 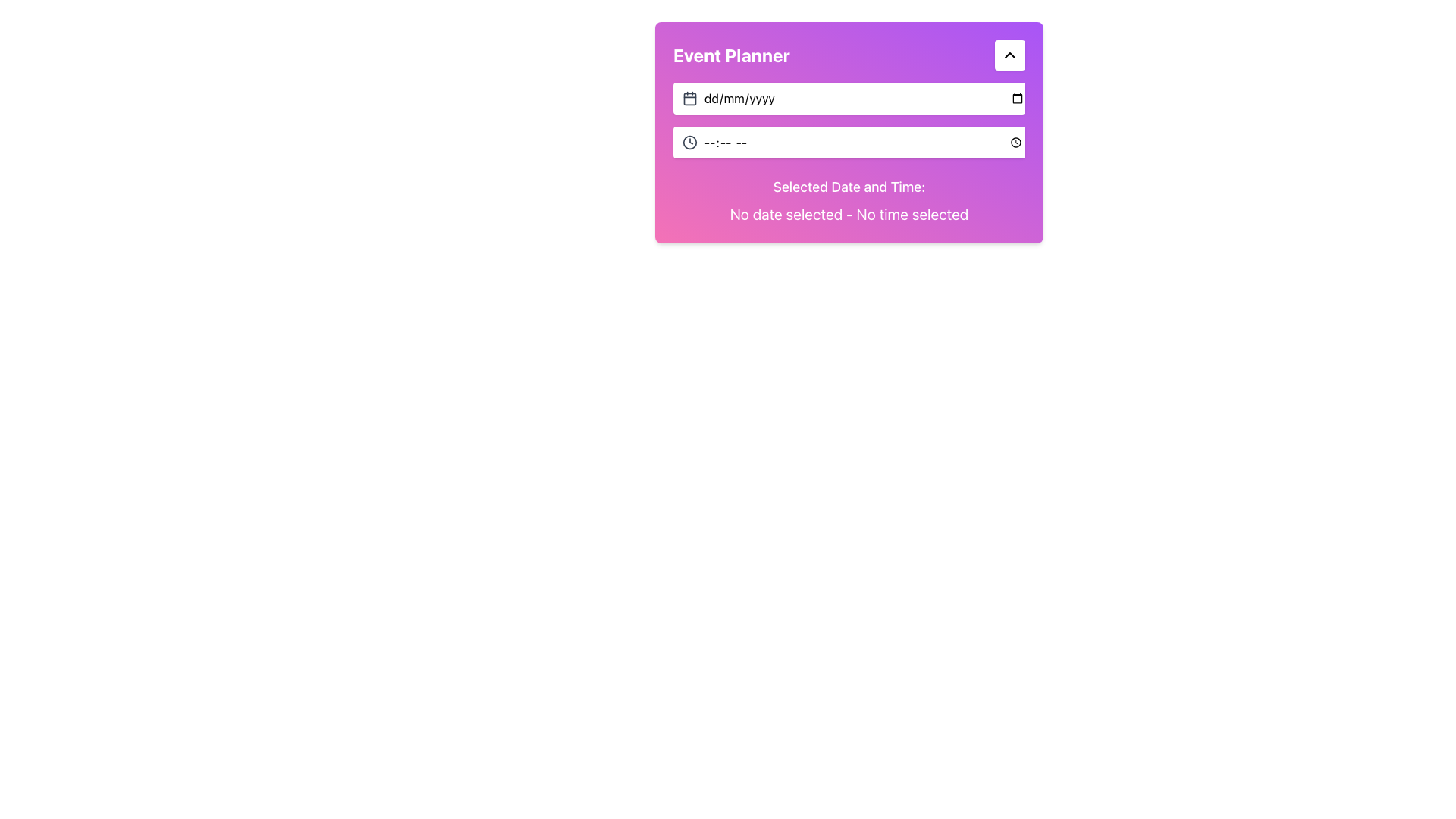 What do you see at coordinates (689, 143) in the screenshot?
I see `the circular part of the clock icon located to the left of the time input field in the Event Planner card` at bounding box center [689, 143].